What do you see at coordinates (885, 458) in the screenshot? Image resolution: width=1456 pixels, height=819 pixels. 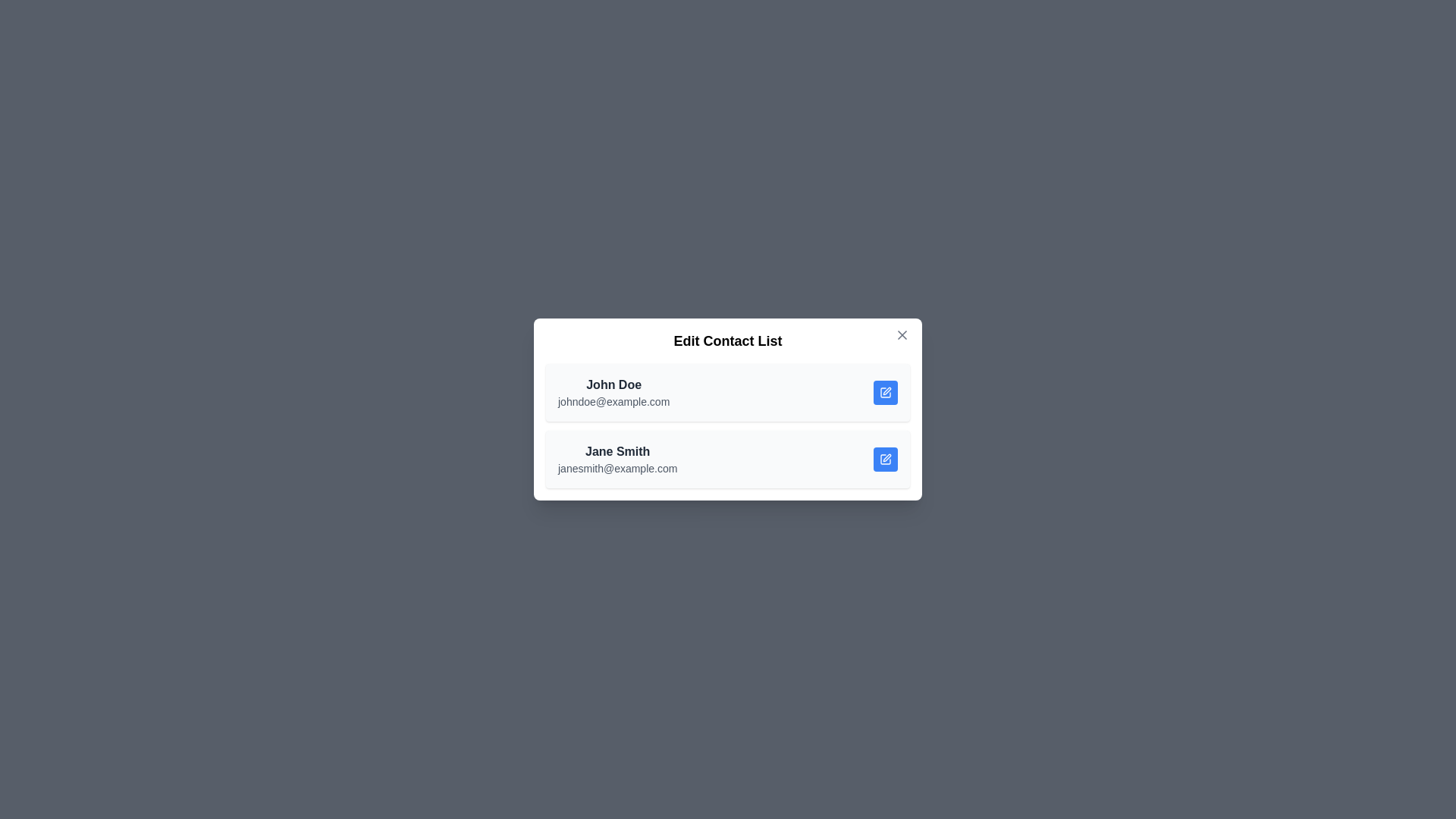 I see `edit button next to the contact with the name Jane Smith` at bounding box center [885, 458].